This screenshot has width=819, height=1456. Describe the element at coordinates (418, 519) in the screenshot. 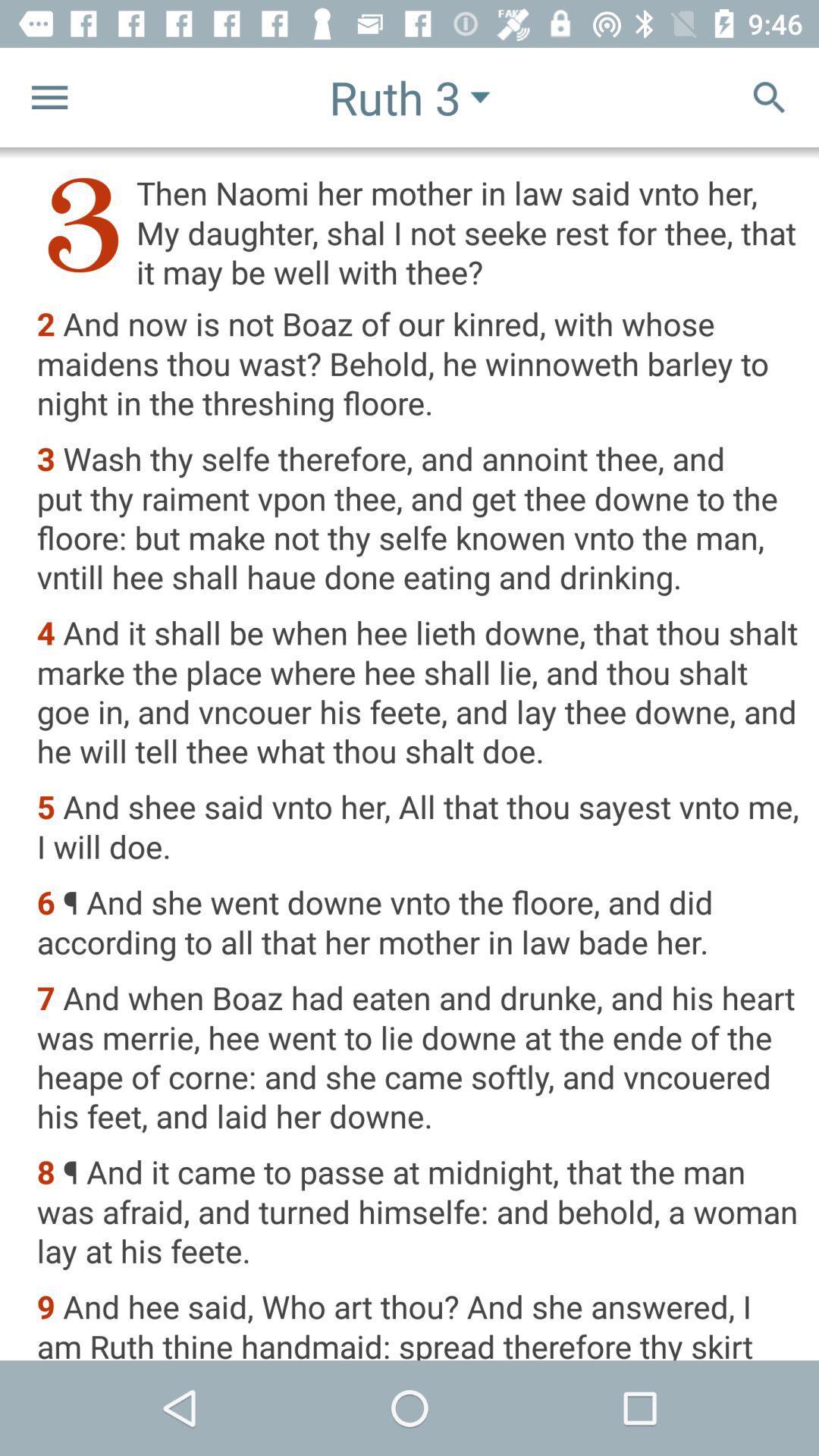

I see `icon below the 2 and now item` at that location.